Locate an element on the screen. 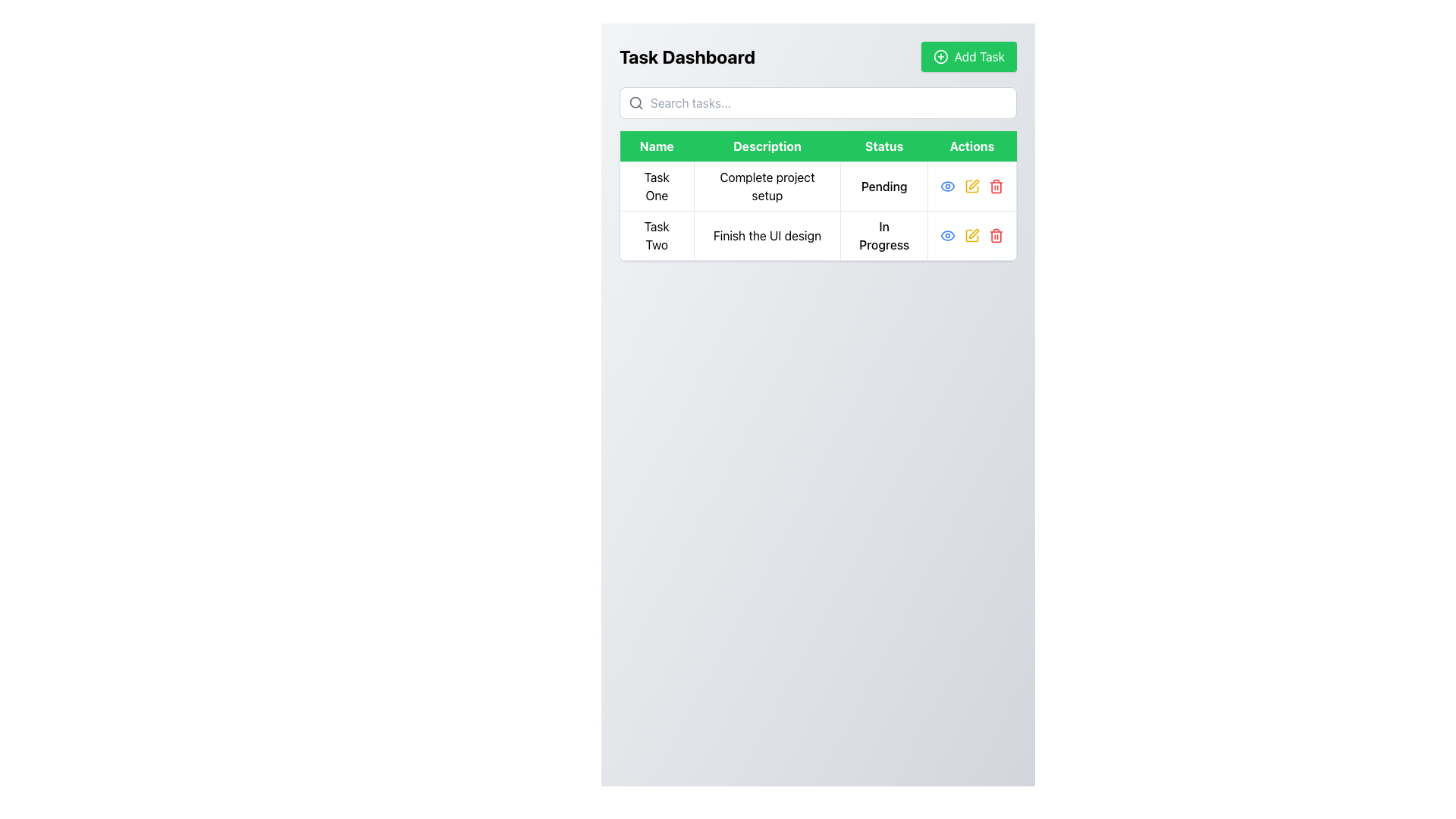 This screenshot has width=1456, height=819. the trash bin icon in the 'Actions' column of the second row under the 'Task Two' entry is located at coordinates (996, 237).